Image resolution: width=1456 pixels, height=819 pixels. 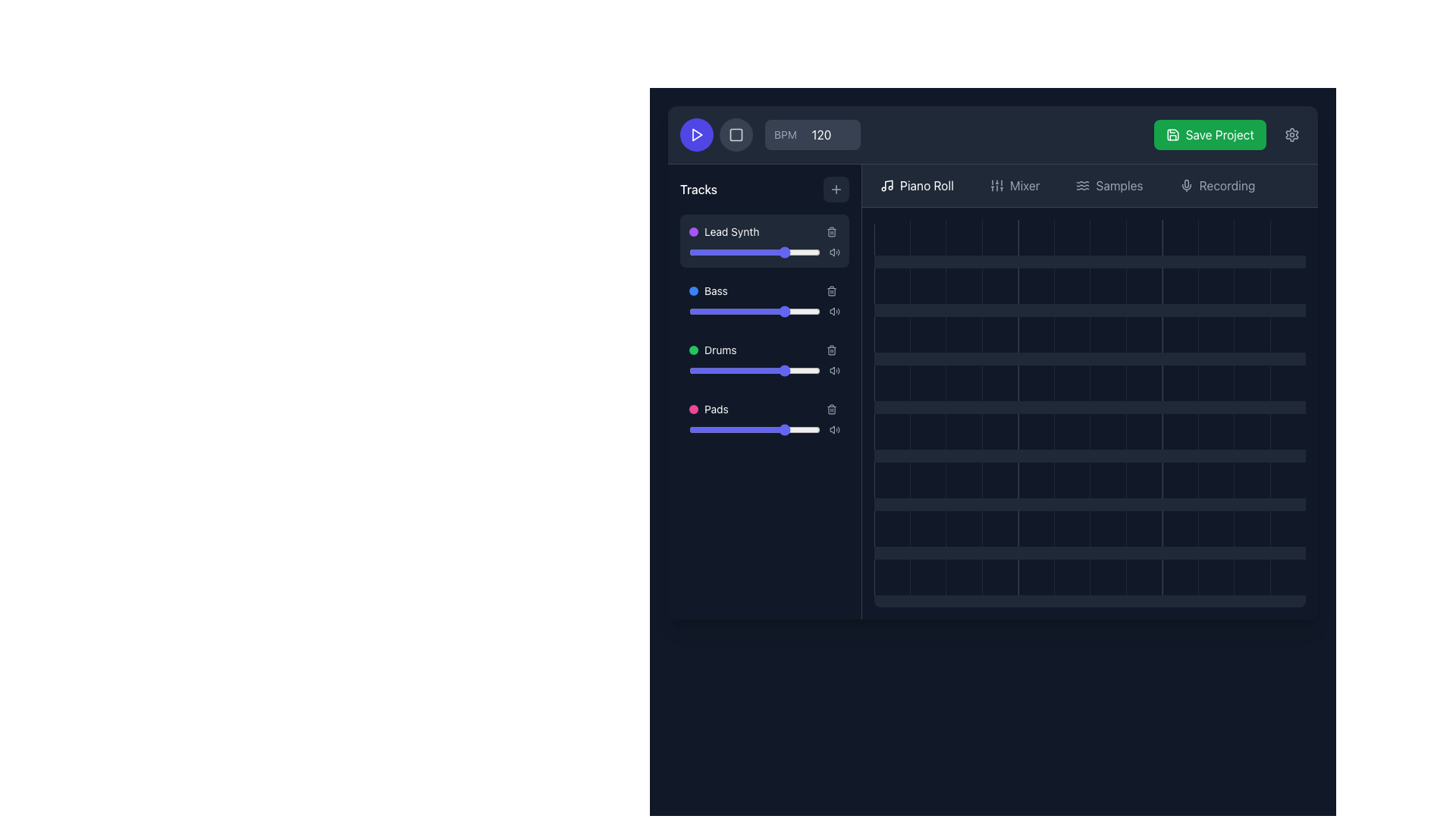 What do you see at coordinates (718, 311) in the screenshot?
I see `the slider` at bounding box center [718, 311].